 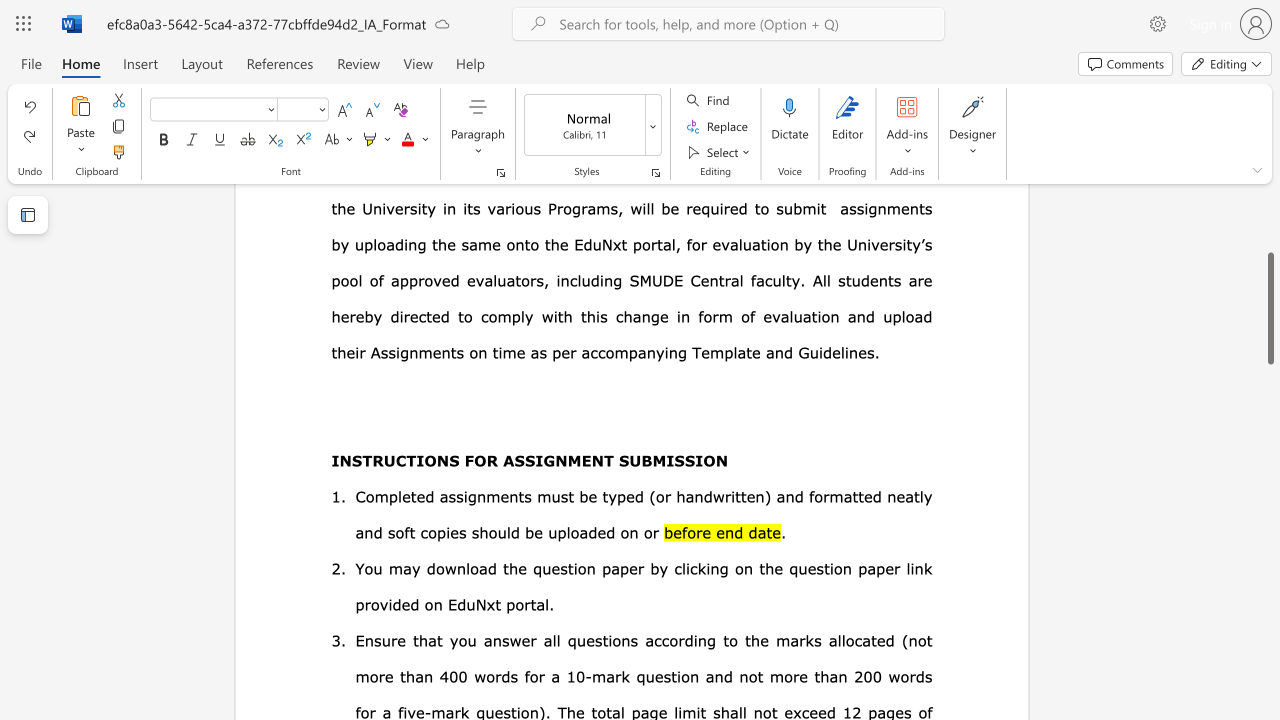 I want to click on the scrollbar and move down 570 pixels, so click(x=1269, y=308).